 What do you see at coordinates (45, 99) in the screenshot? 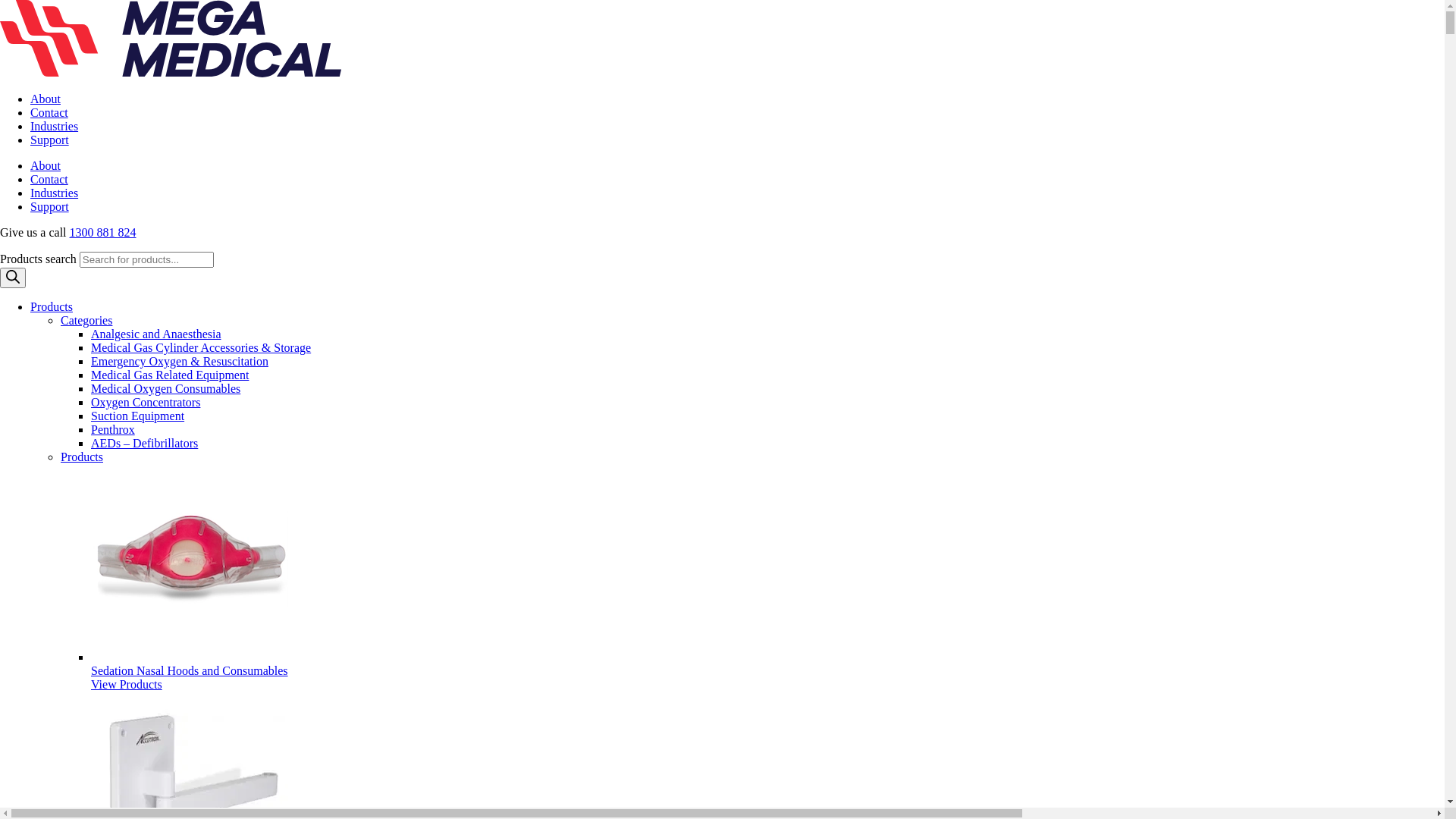
I see `'About'` at bounding box center [45, 99].